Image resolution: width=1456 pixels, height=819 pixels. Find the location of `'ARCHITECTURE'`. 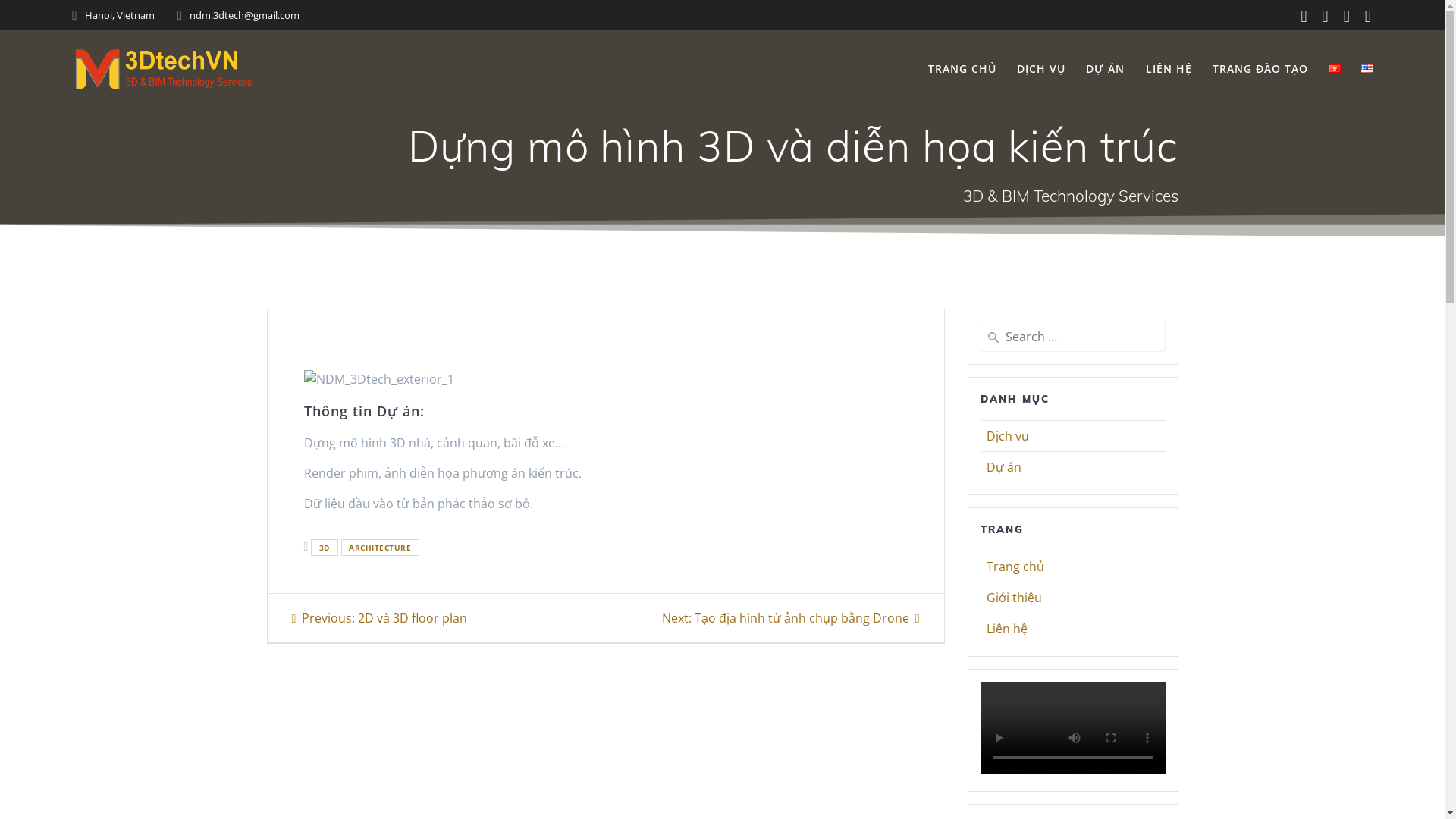

'ARCHITECTURE' is located at coordinates (380, 547).